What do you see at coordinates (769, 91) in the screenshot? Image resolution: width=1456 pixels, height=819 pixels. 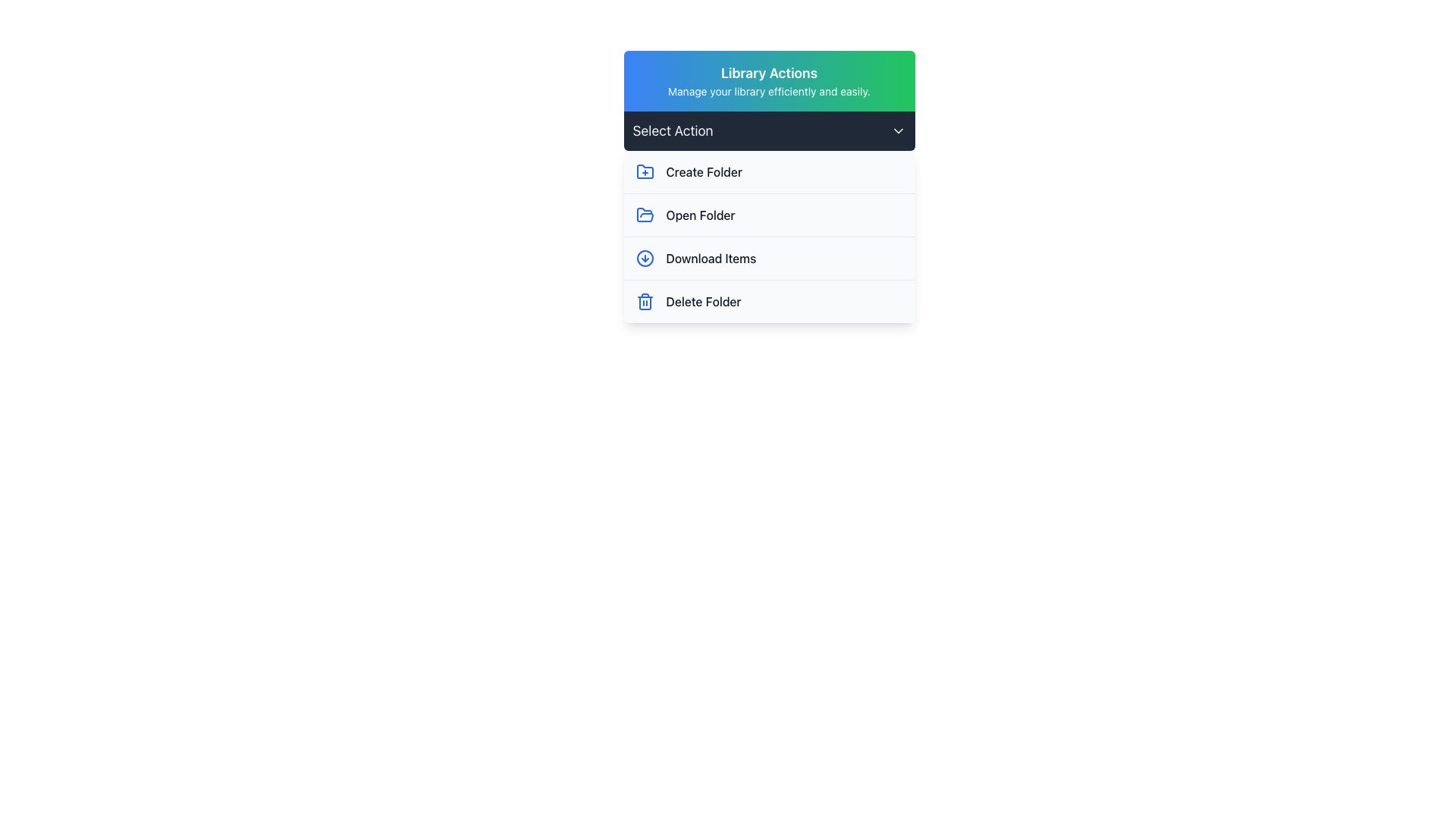 I see `the non-interactive text label providing a description of 'Library Actions', which is positioned below the title and serves as static informational content` at bounding box center [769, 91].